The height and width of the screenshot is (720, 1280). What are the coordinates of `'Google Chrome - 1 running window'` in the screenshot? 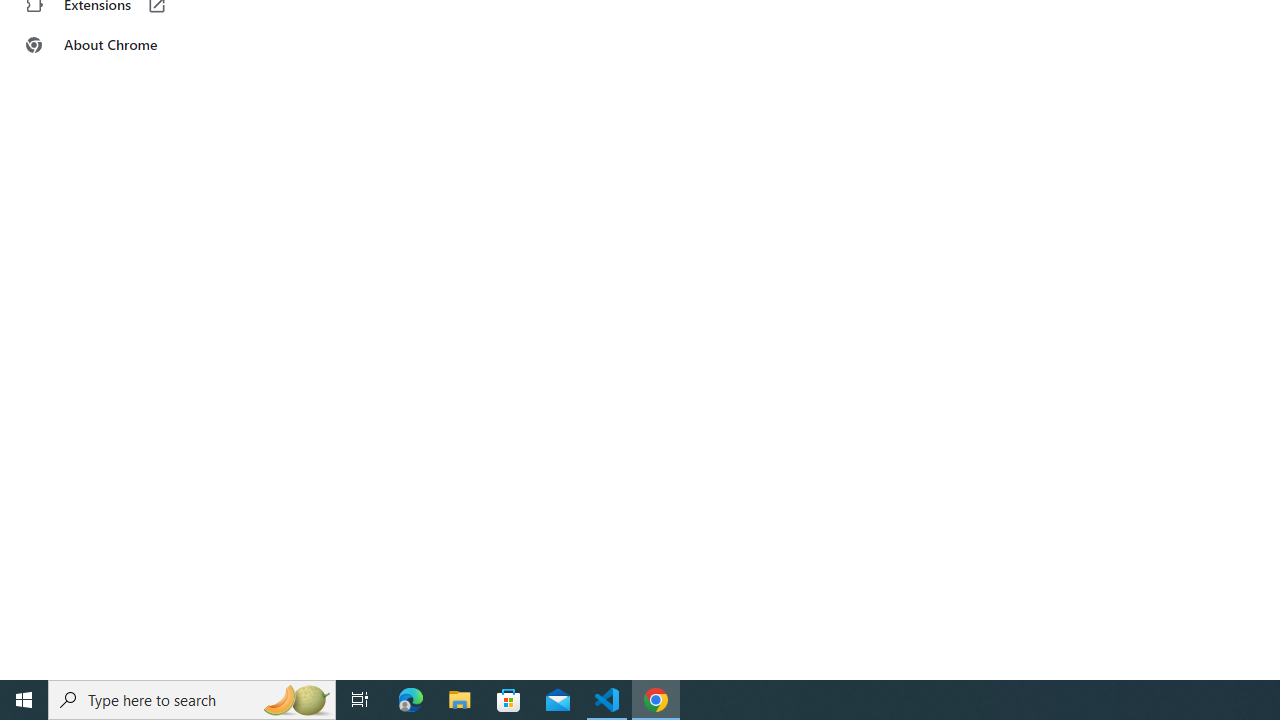 It's located at (656, 698).